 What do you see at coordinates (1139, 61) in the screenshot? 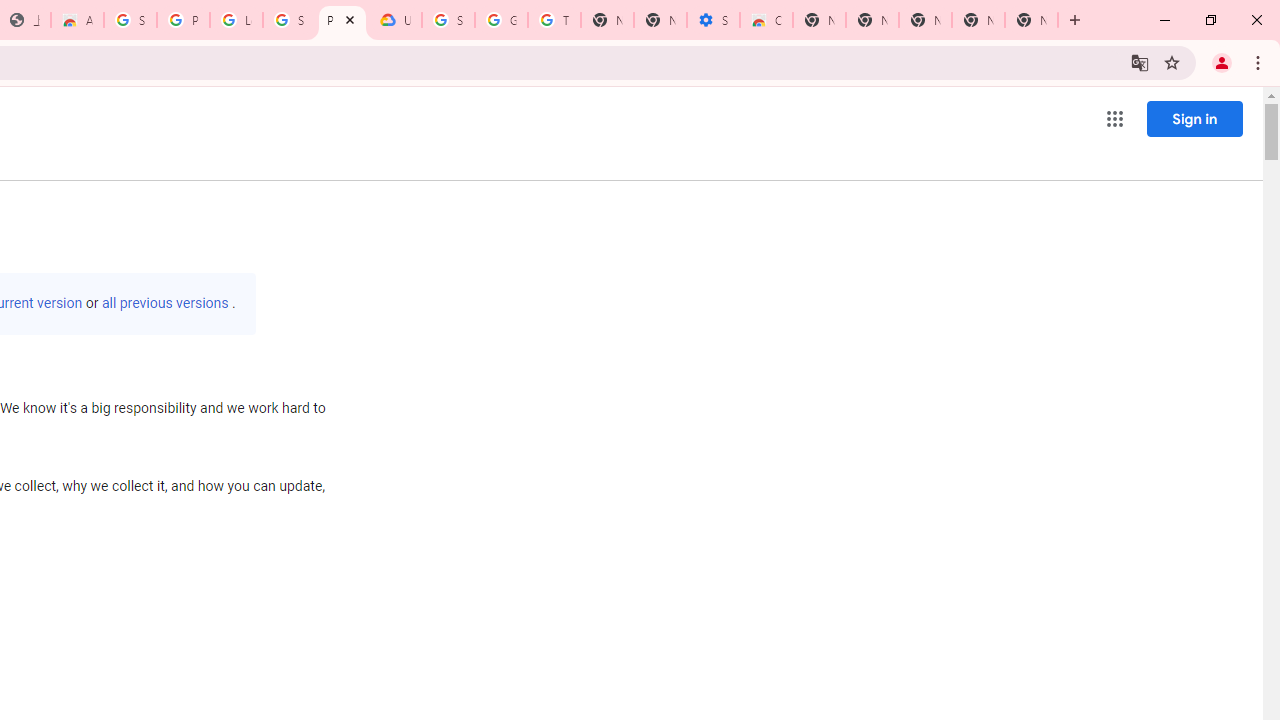
I see `'Translate this page'` at bounding box center [1139, 61].